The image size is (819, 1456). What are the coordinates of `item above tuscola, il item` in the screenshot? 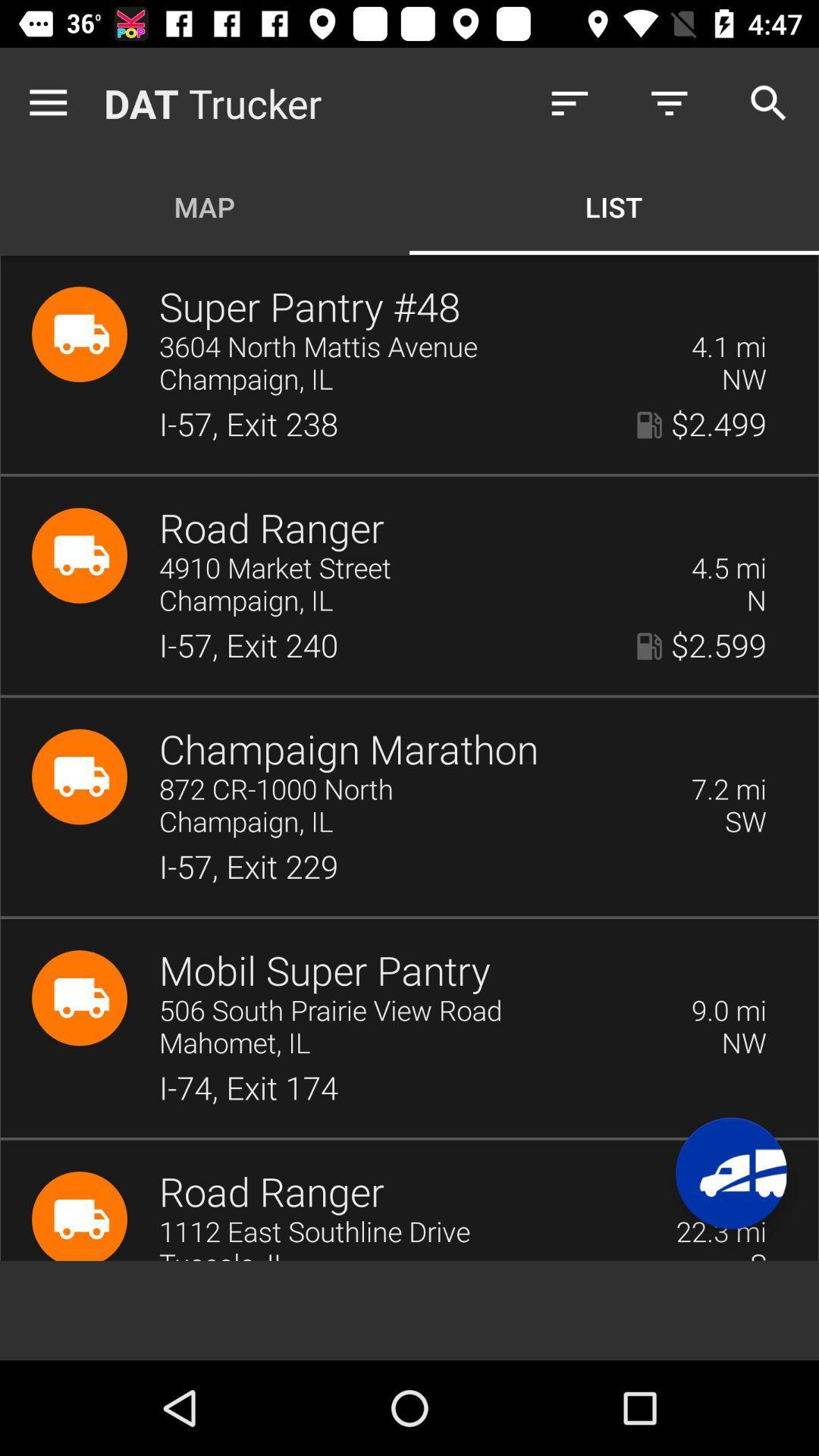 It's located at (406, 1232).